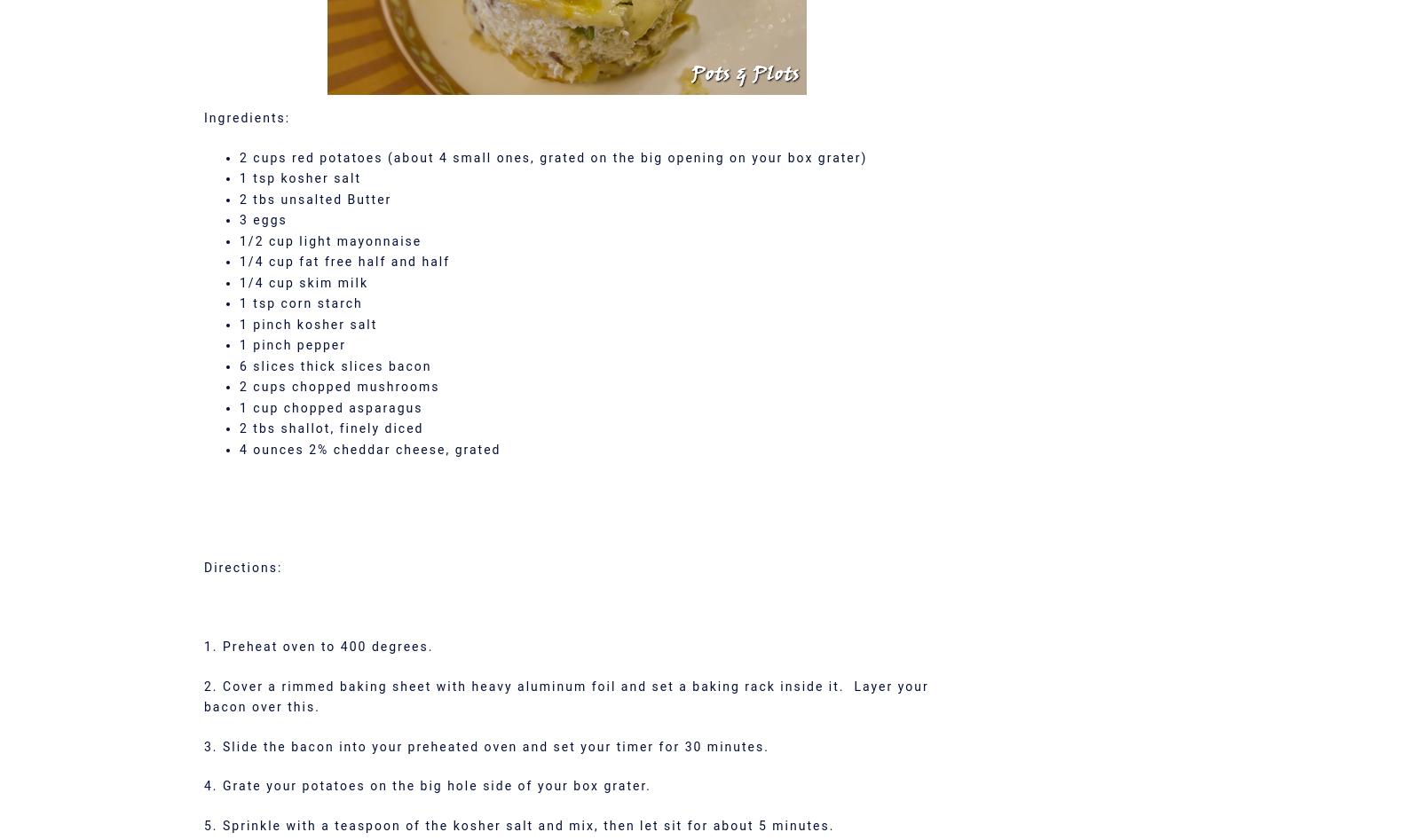 Image resolution: width=1420 pixels, height=840 pixels. I want to click on 'Google Play', so click(709, 554).